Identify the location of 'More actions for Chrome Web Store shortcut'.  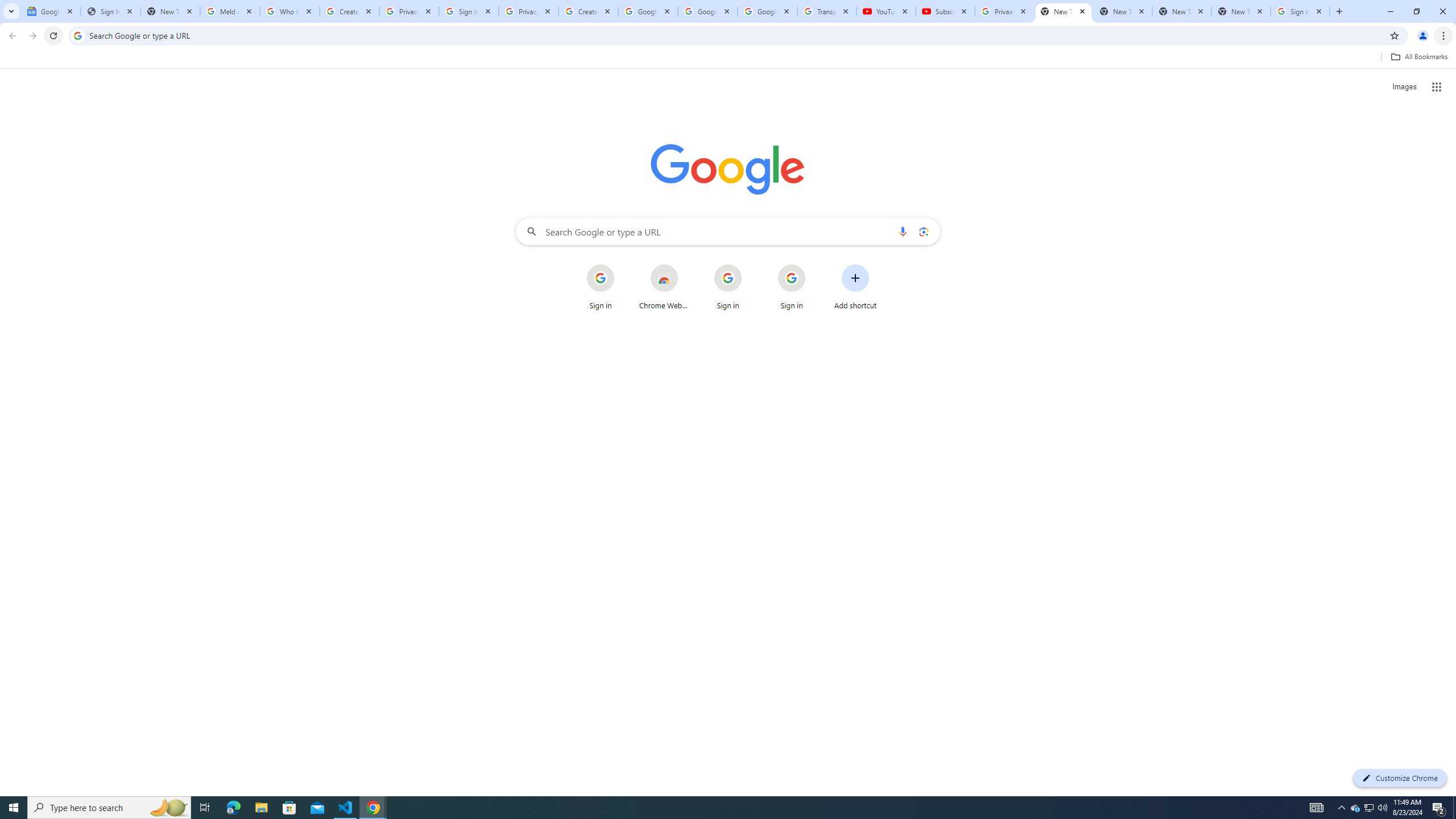
(686, 266).